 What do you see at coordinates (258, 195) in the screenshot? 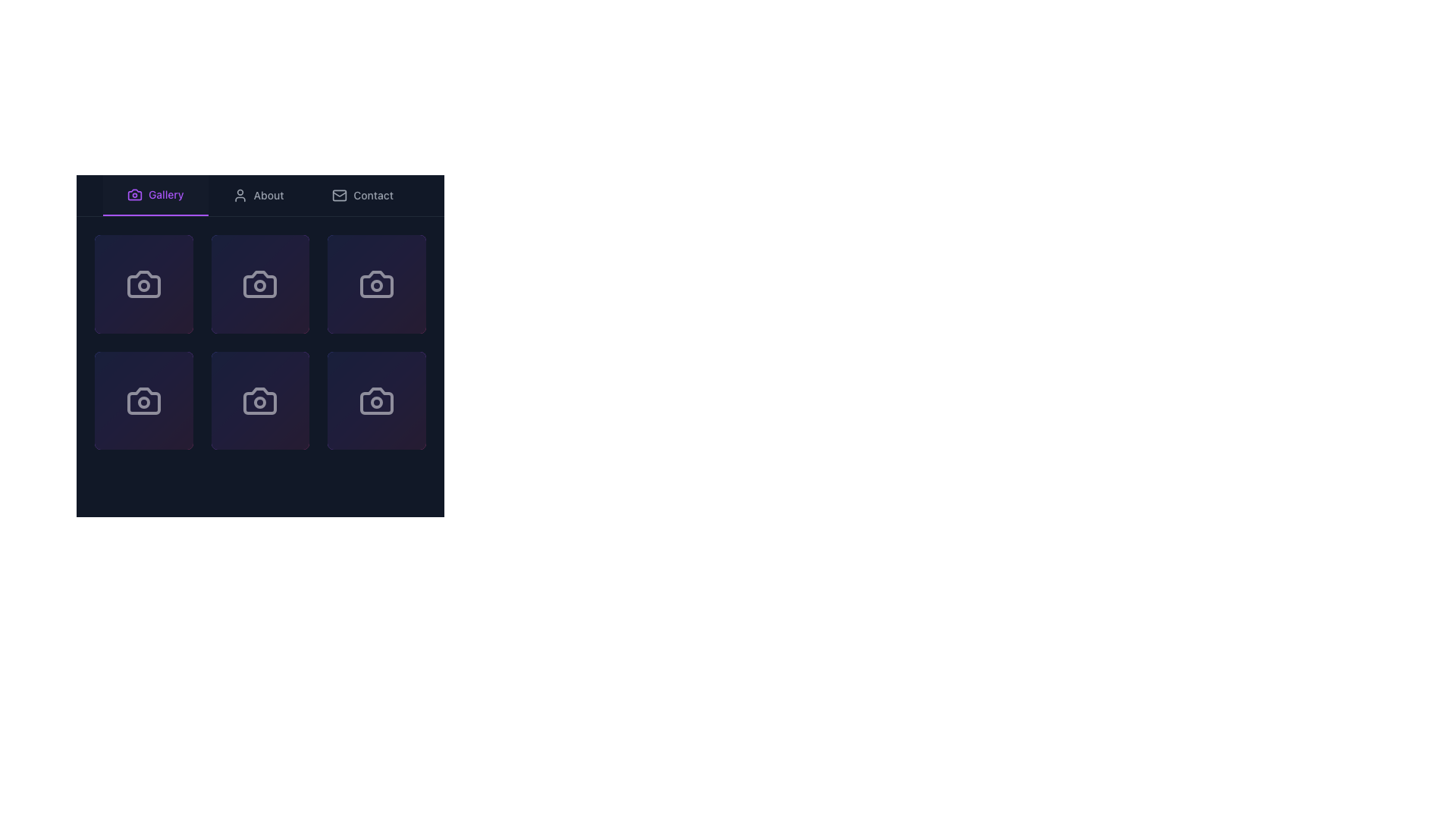
I see `the 'About' navigation button in the navigation bar` at bounding box center [258, 195].